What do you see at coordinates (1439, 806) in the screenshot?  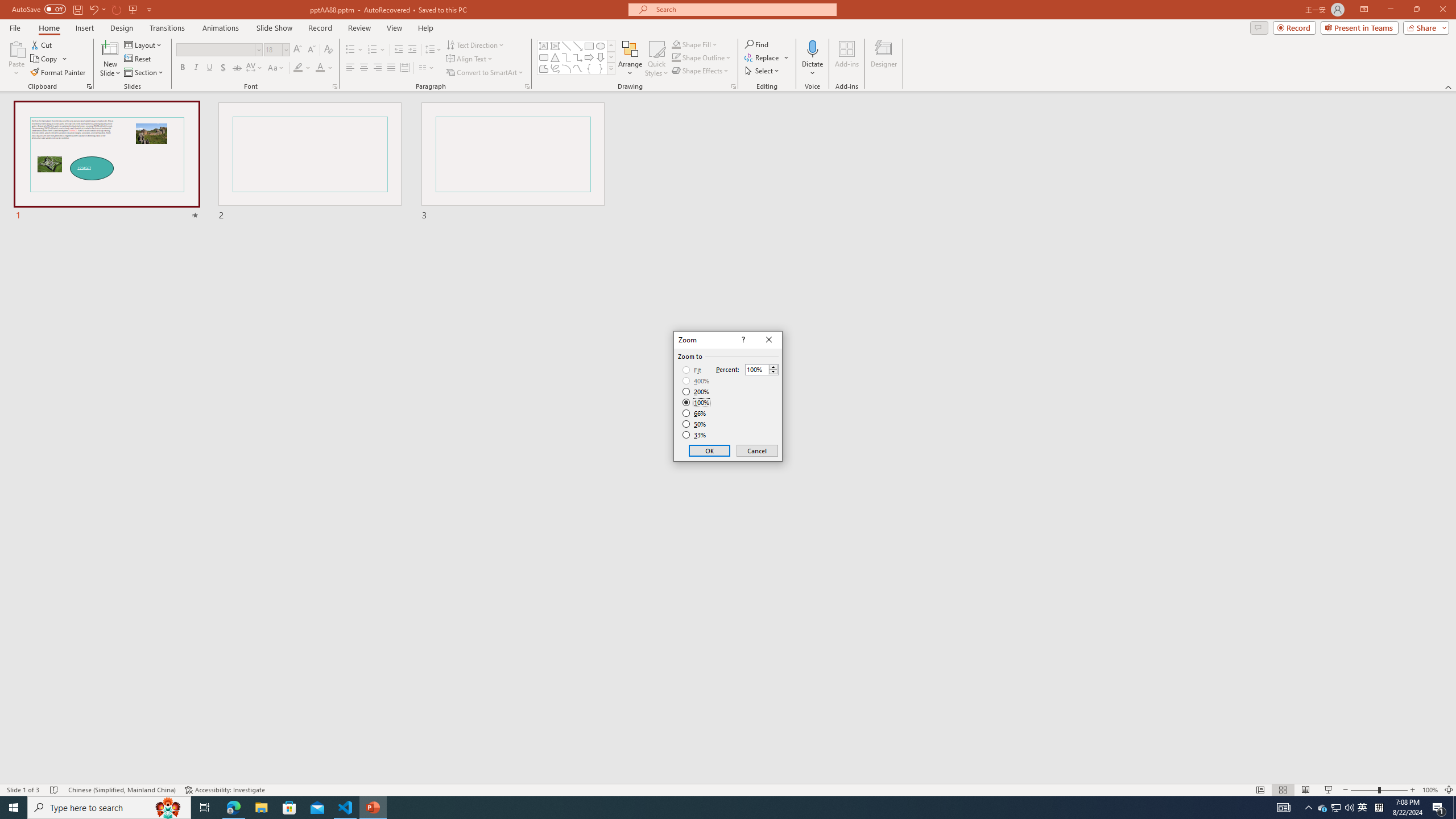 I see `'Action Center, 1 new notification'` at bounding box center [1439, 806].